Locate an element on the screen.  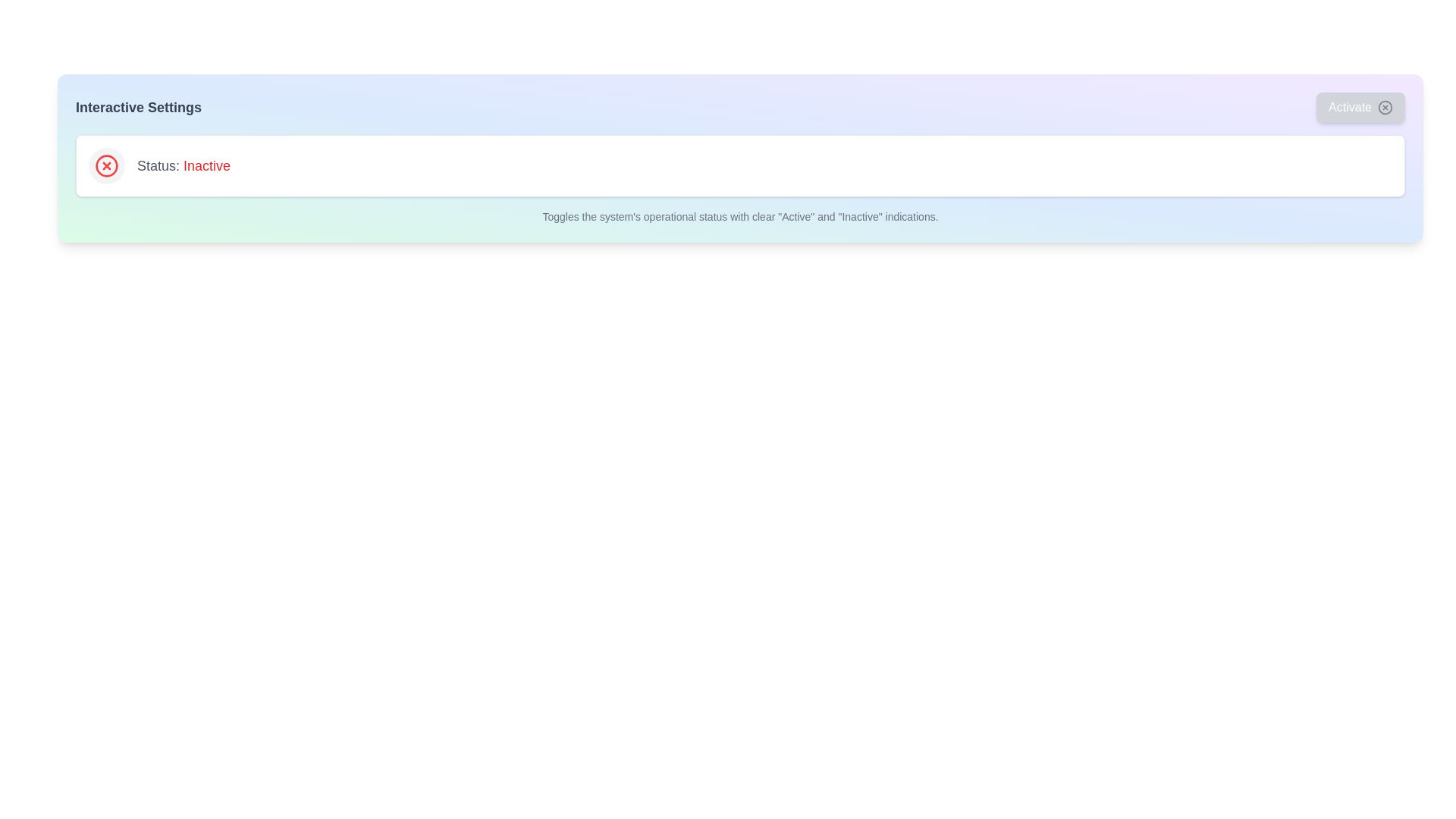
text displayed in the text component that shows 'Status: Inactive', where 'Inactive' is styled in red is located at coordinates (183, 166).